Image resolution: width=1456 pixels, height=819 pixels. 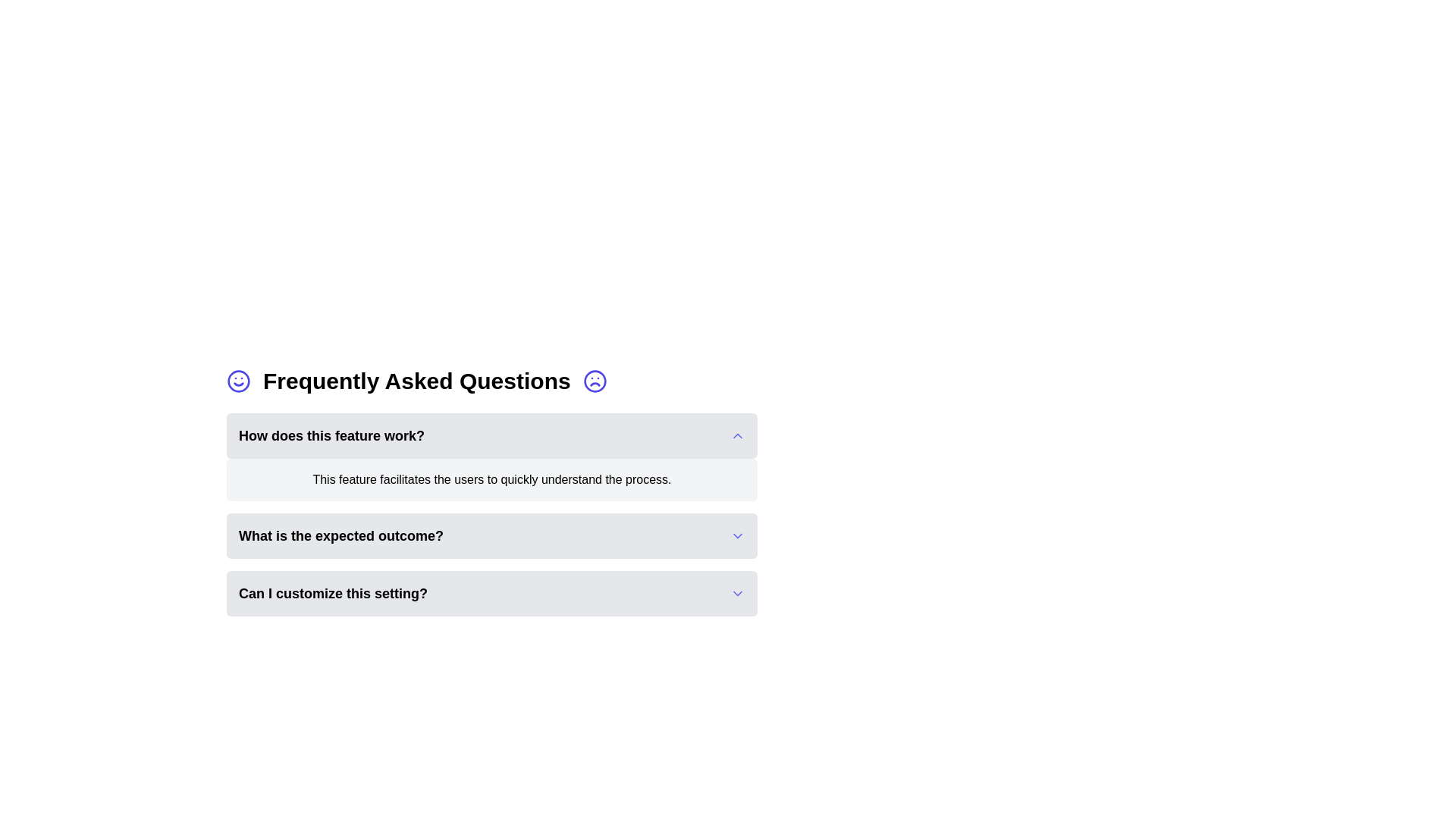 What do you see at coordinates (332, 593) in the screenshot?
I see `the text label that reads 'Can I customize this setting?', which is styled in bold and located within a light gray-rounded rectangle, positioned below the FAQ section titled 'What is the expected outcome.'` at bounding box center [332, 593].